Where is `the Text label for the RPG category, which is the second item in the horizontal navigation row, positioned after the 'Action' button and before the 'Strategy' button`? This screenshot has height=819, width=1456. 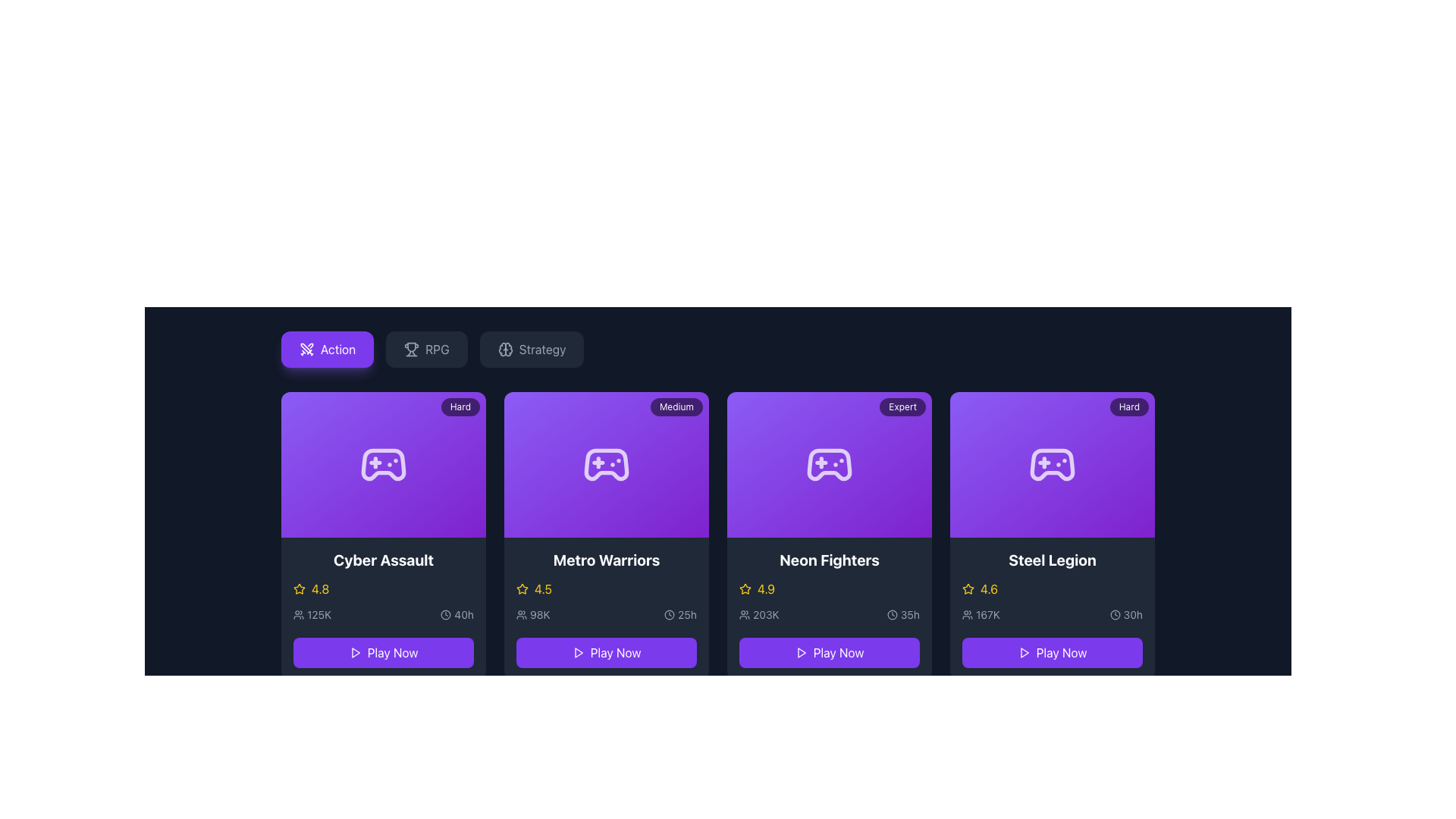 the Text label for the RPG category, which is the second item in the horizontal navigation row, positioned after the 'Action' button and before the 'Strategy' button is located at coordinates (436, 350).